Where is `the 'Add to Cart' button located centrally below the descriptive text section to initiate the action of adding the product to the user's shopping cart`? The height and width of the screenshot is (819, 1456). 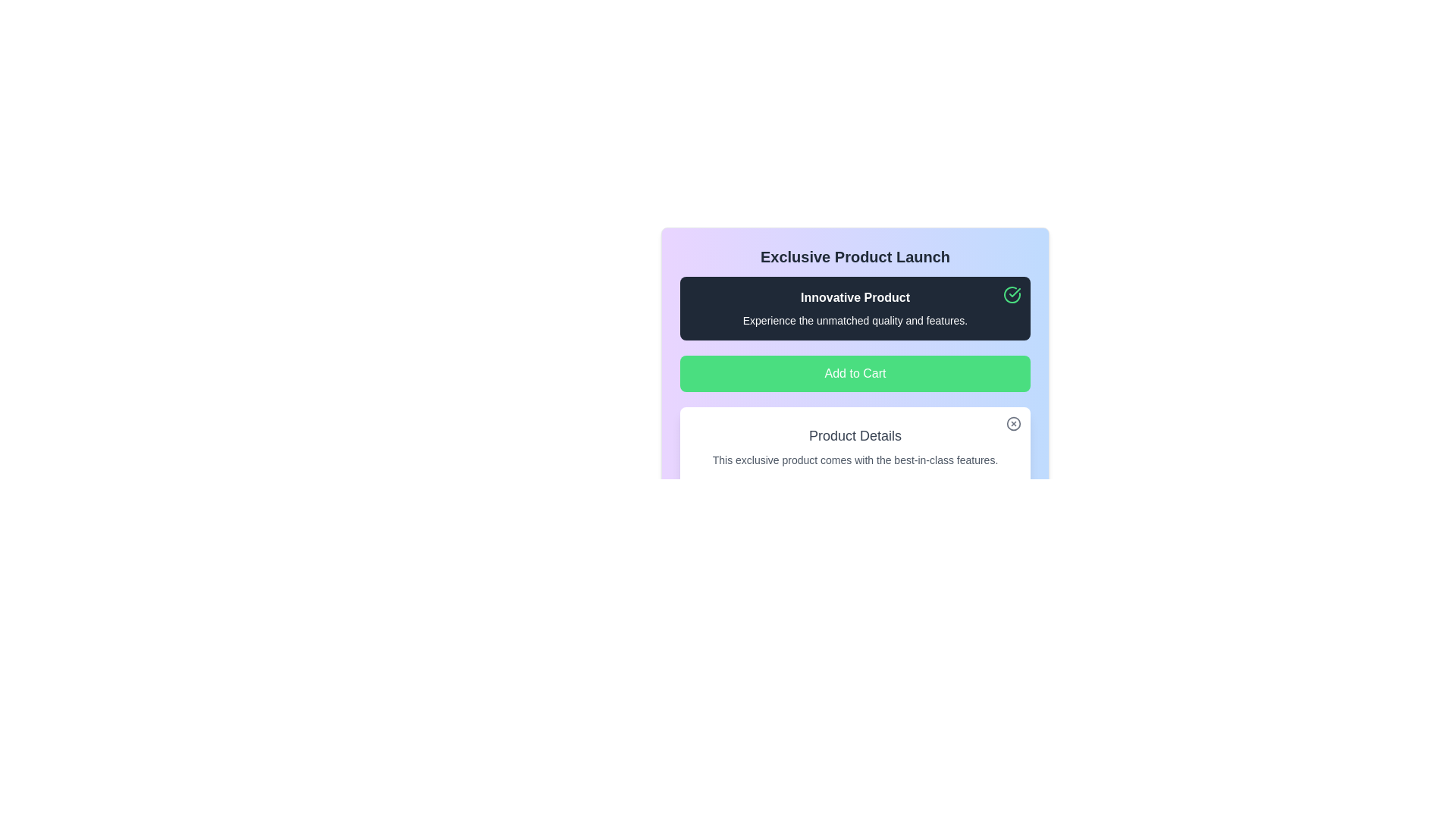 the 'Add to Cart' button located centrally below the descriptive text section to initiate the action of adding the product to the user's shopping cart is located at coordinates (855, 374).